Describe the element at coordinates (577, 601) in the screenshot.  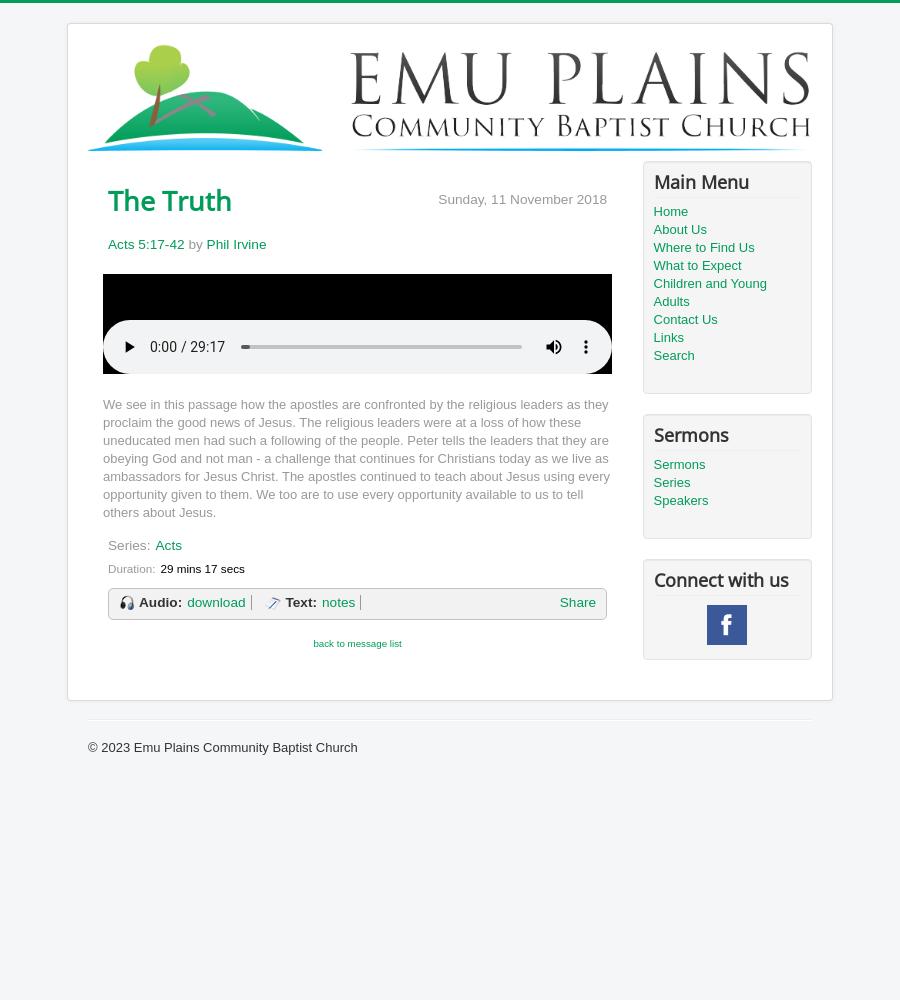
I see `'Share'` at that location.